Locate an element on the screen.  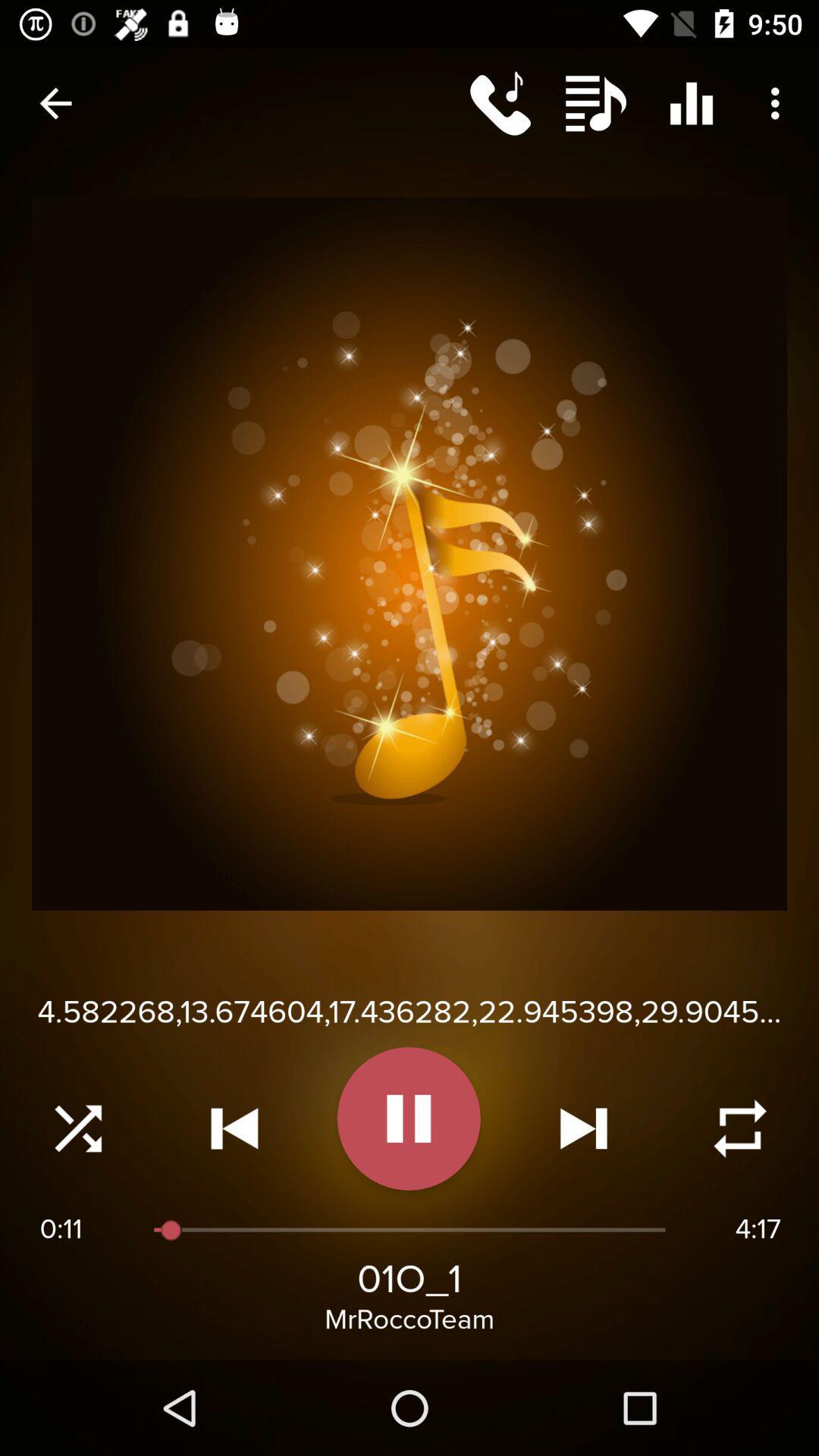
the skip_next icon is located at coordinates (582, 1128).